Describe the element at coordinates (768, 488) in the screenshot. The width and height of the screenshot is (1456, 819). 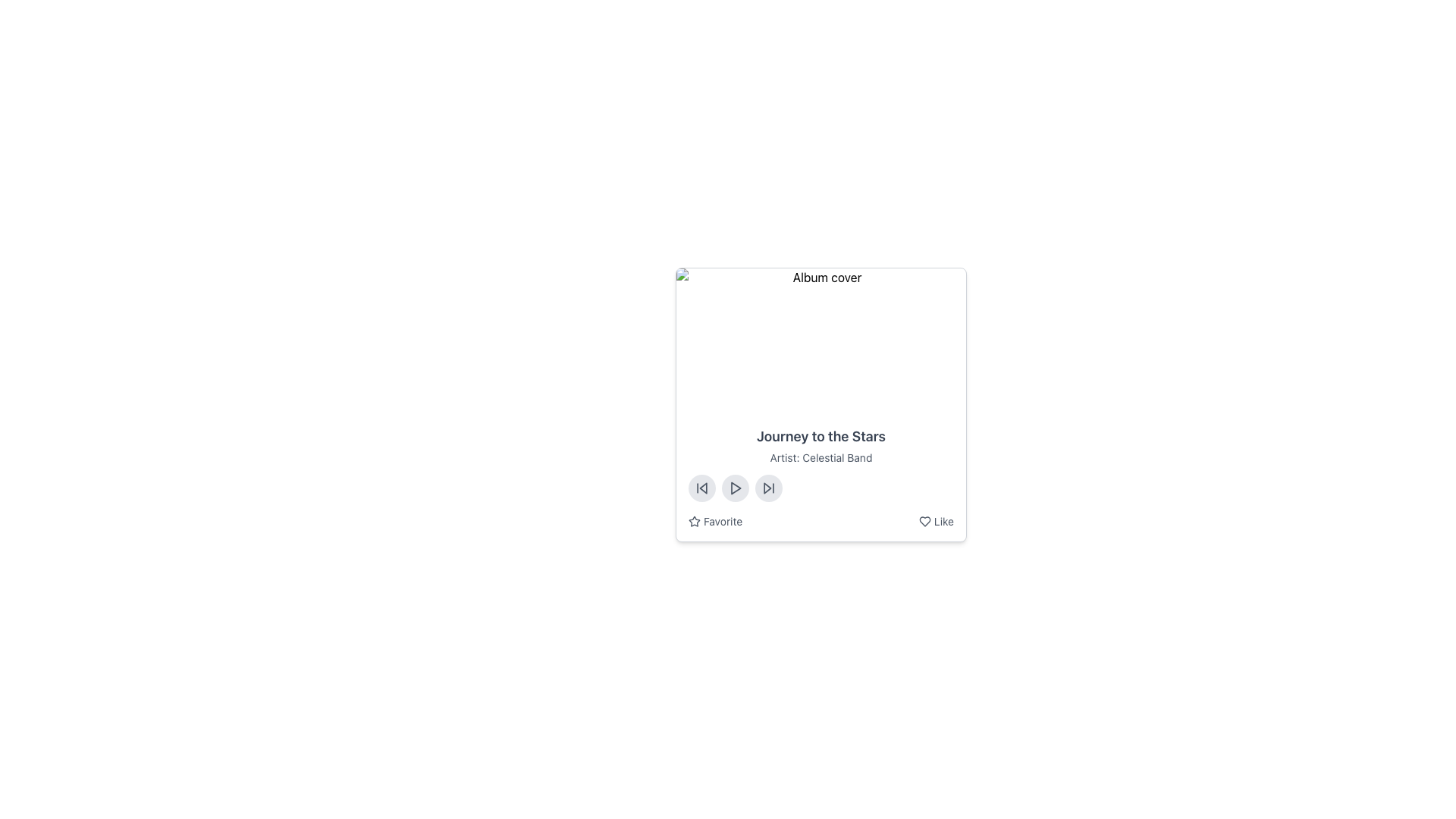
I see `the rightmost circular gray button with a 'skip forward' icon to skip forward` at that location.